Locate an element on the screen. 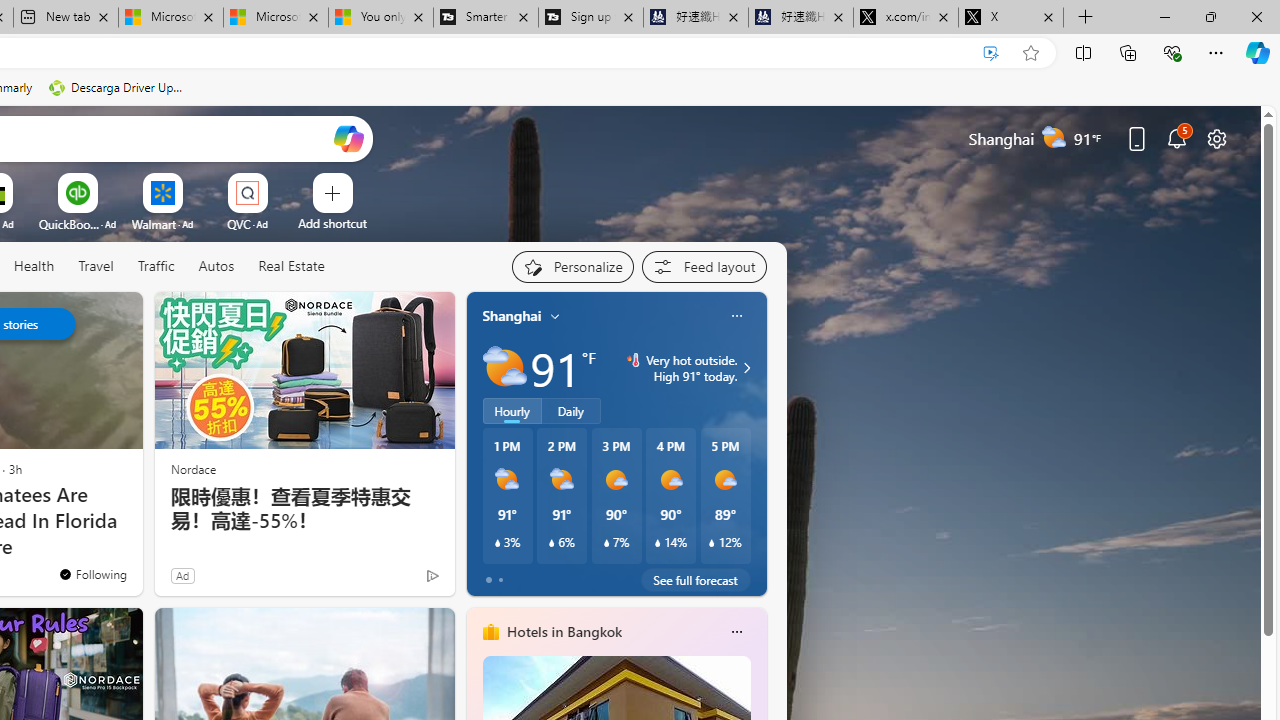 This screenshot has height=720, width=1280. 'Enhance video' is located at coordinates (991, 52).